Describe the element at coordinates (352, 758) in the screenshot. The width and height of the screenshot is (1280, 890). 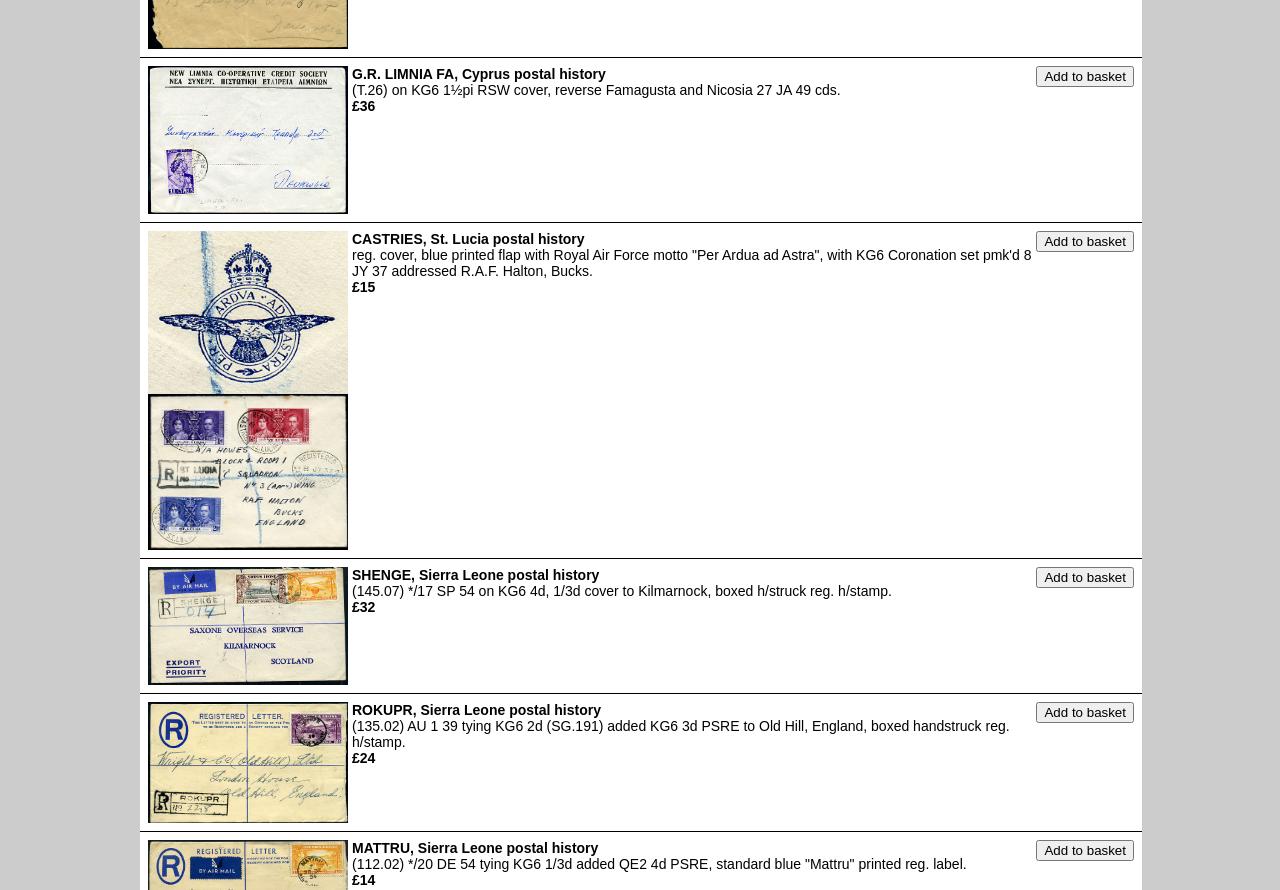
I see `'£24'` at that location.